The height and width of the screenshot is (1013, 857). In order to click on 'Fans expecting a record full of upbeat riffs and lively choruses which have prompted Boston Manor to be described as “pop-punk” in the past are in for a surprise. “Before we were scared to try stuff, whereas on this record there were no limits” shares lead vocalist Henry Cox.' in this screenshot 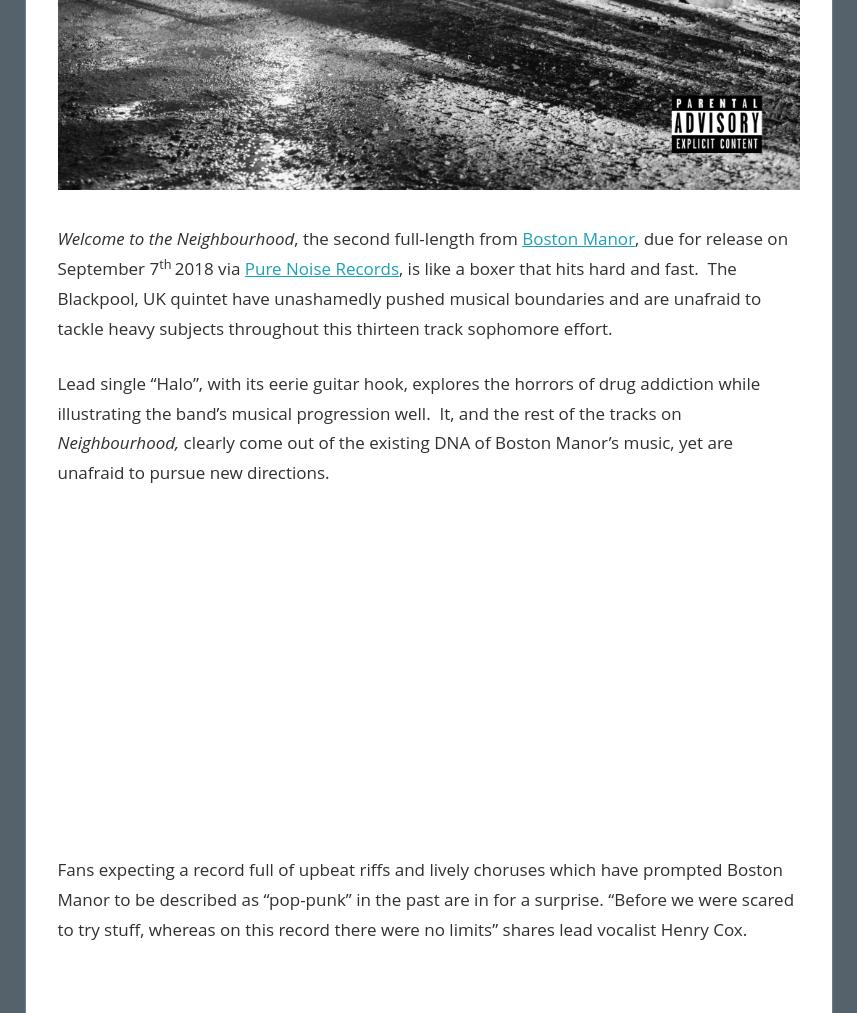, I will do `click(425, 898)`.